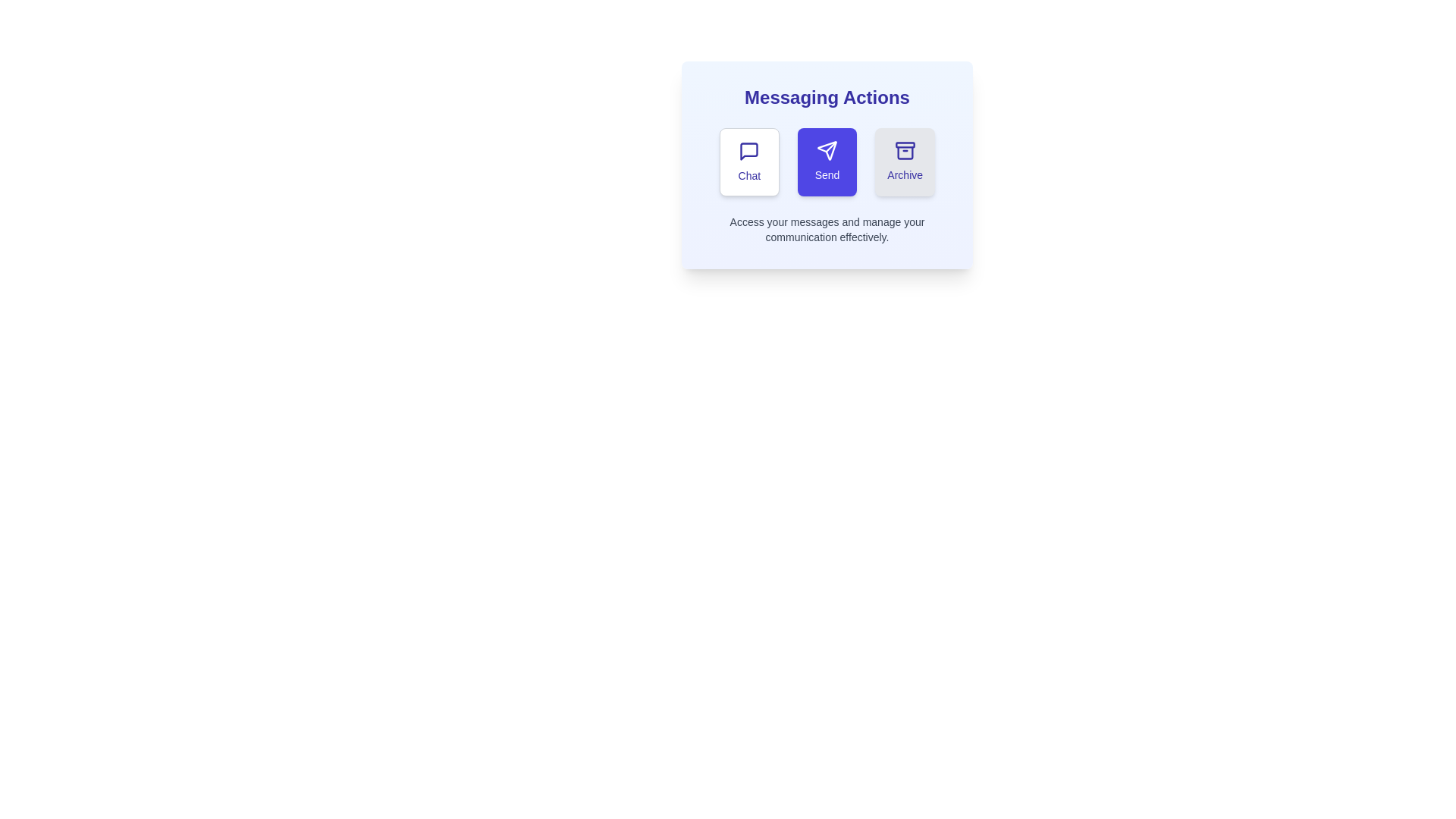  I want to click on the archive icon located inside the 'Archive' box, which is the rightmost element in the row of action buttons, so click(905, 151).